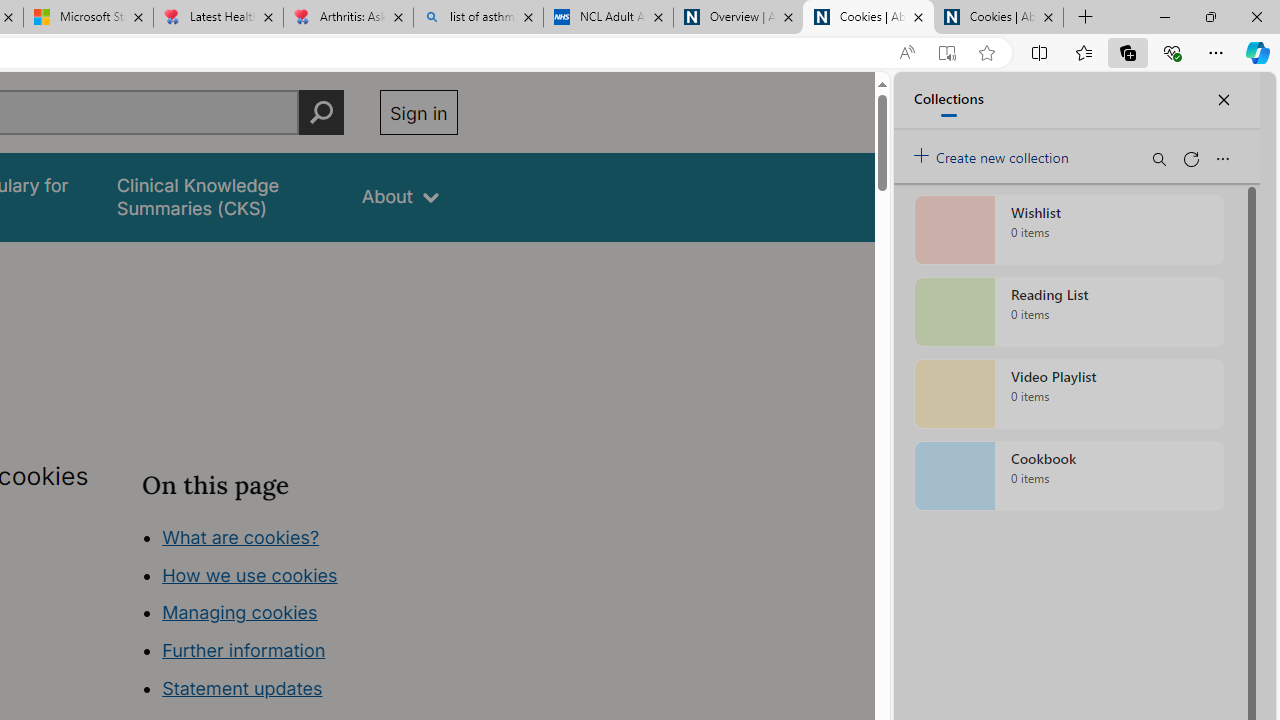 The height and width of the screenshot is (720, 1280). What do you see at coordinates (400, 197) in the screenshot?
I see `'About'` at bounding box center [400, 197].